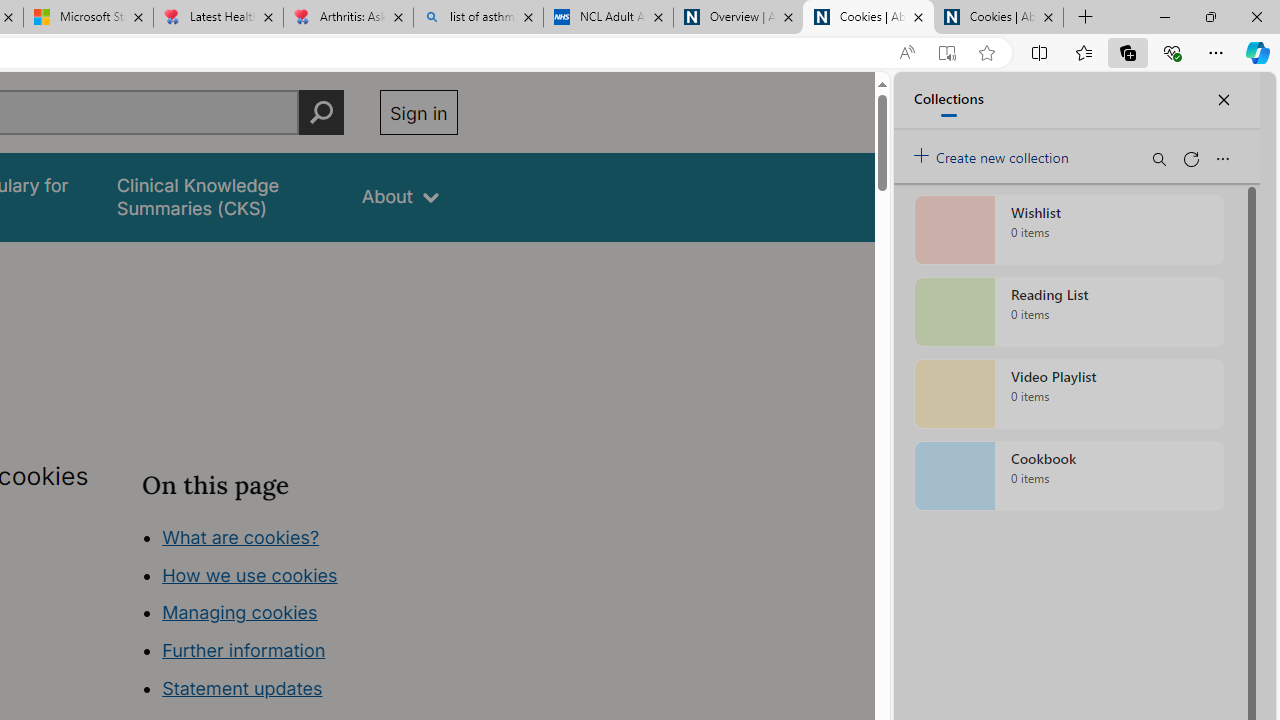 The height and width of the screenshot is (720, 1280). What do you see at coordinates (400, 197) in the screenshot?
I see `'About'` at bounding box center [400, 197].